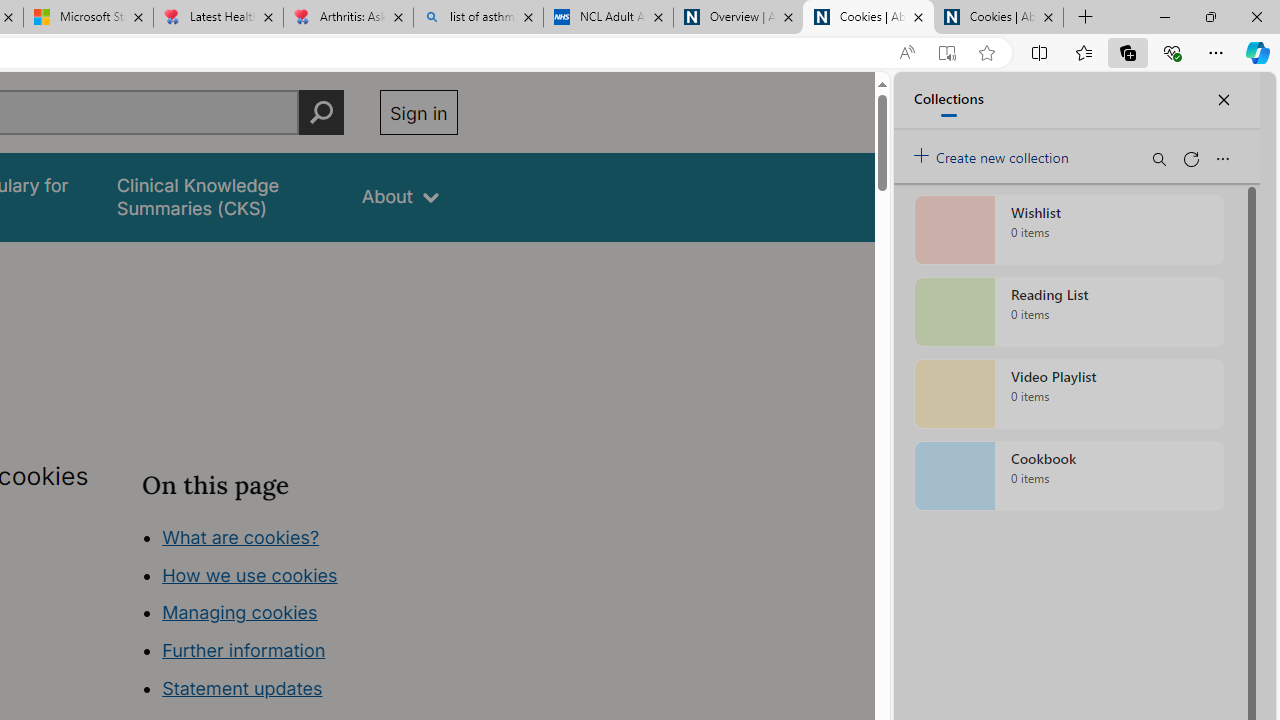 The height and width of the screenshot is (720, 1280). What do you see at coordinates (400, 197) in the screenshot?
I see `'About'` at bounding box center [400, 197].